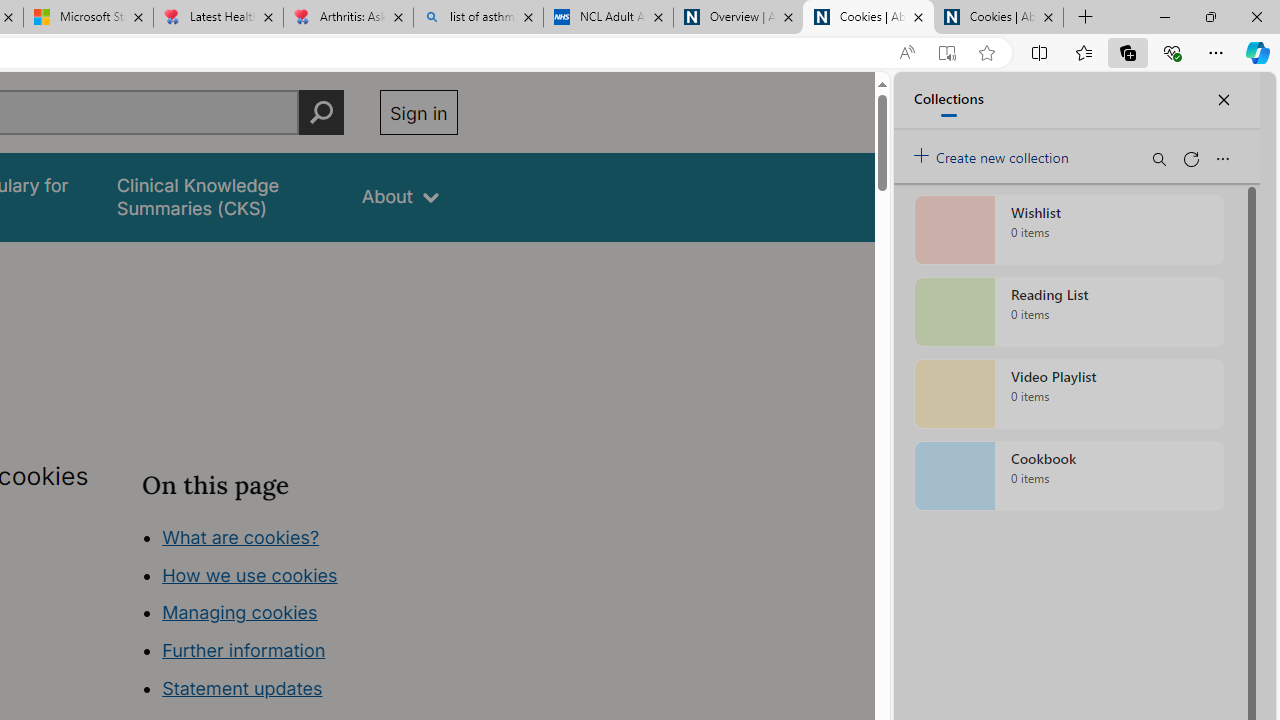 The height and width of the screenshot is (720, 1280). What do you see at coordinates (400, 197) in the screenshot?
I see `'About'` at bounding box center [400, 197].